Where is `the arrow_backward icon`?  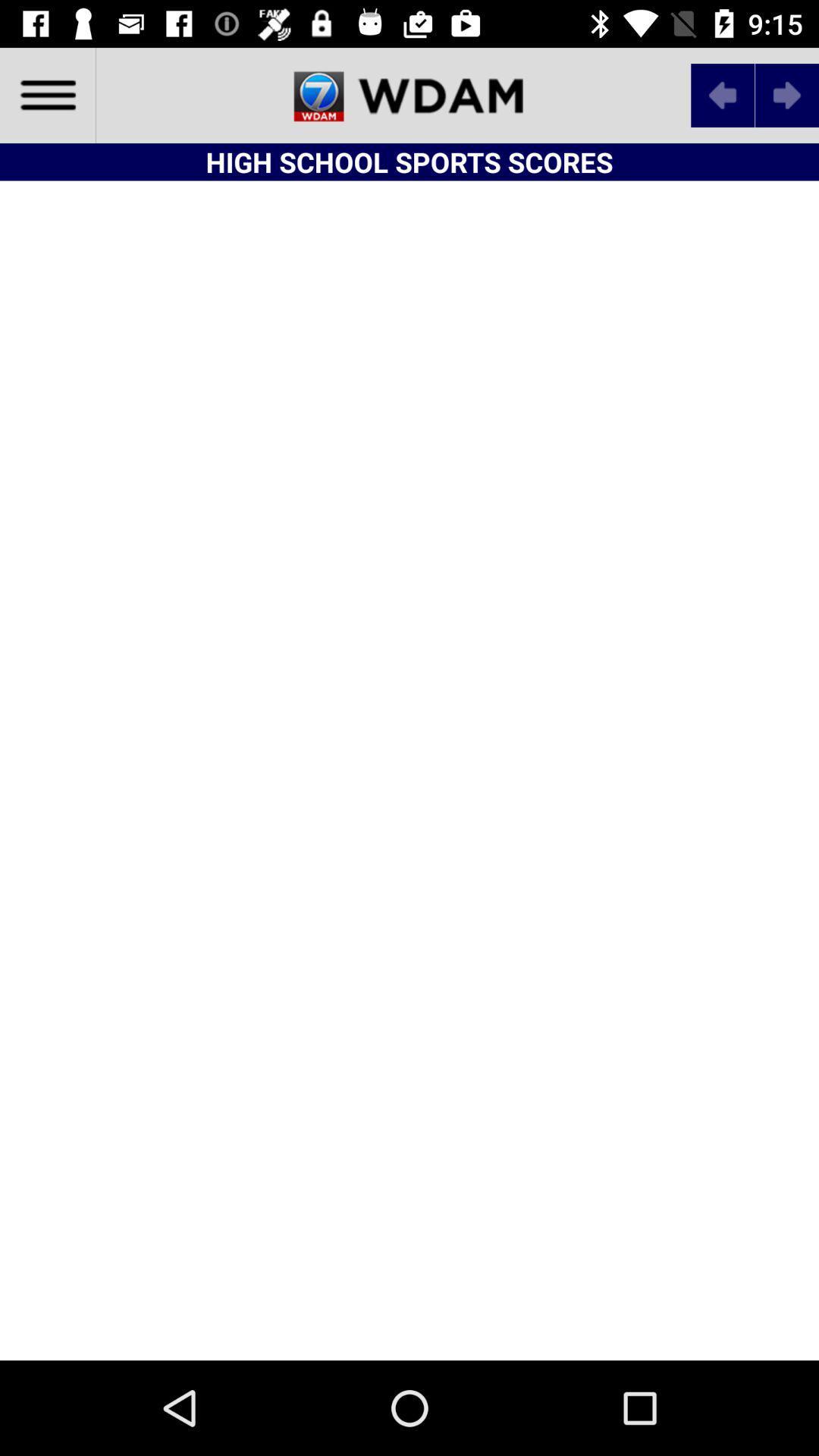
the arrow_backward icon is located at coordinates (722, 94).